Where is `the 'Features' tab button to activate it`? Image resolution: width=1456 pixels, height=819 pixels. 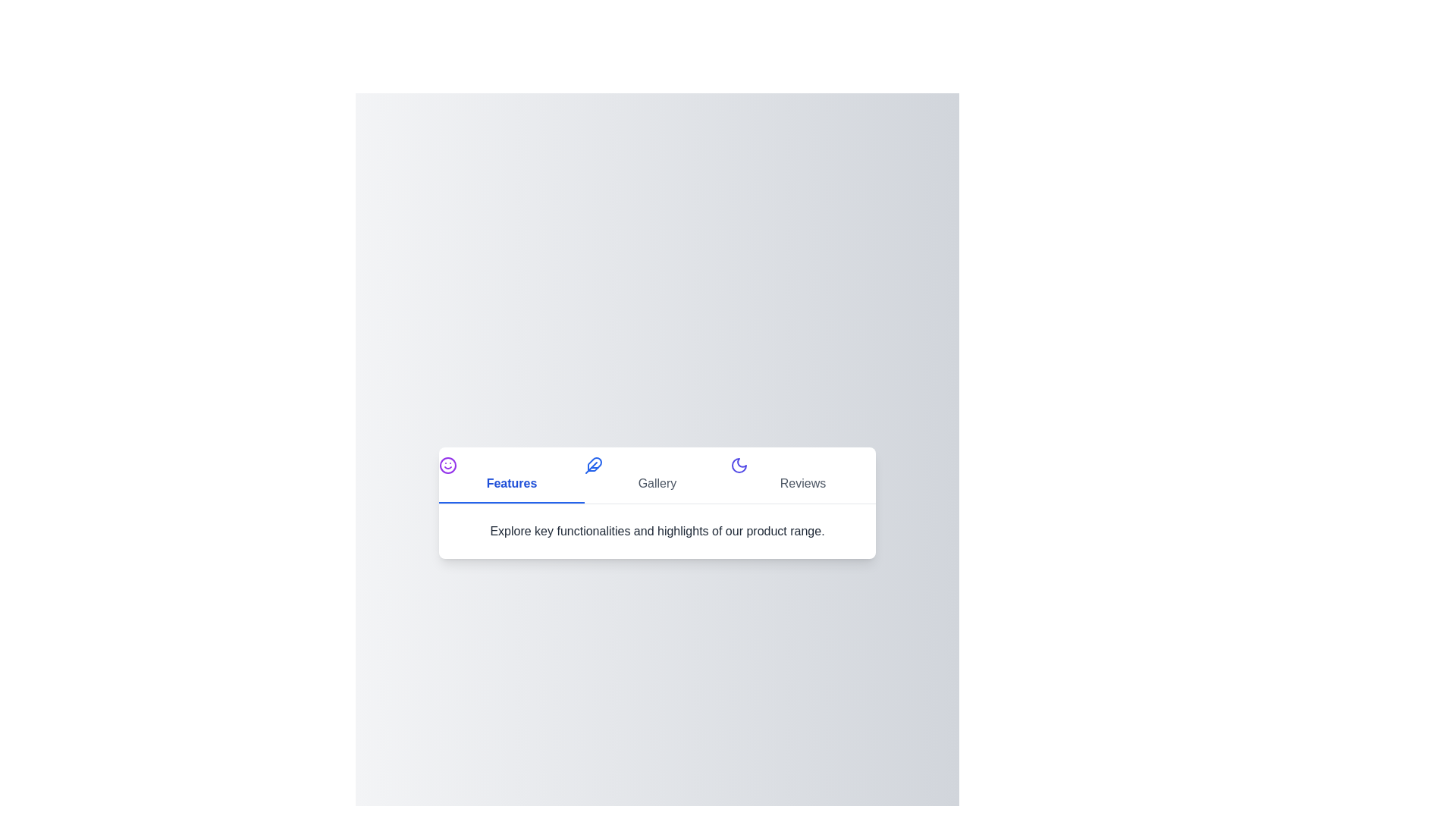
the 'Features' tab button to activate it is located at coordinates (512, 474).